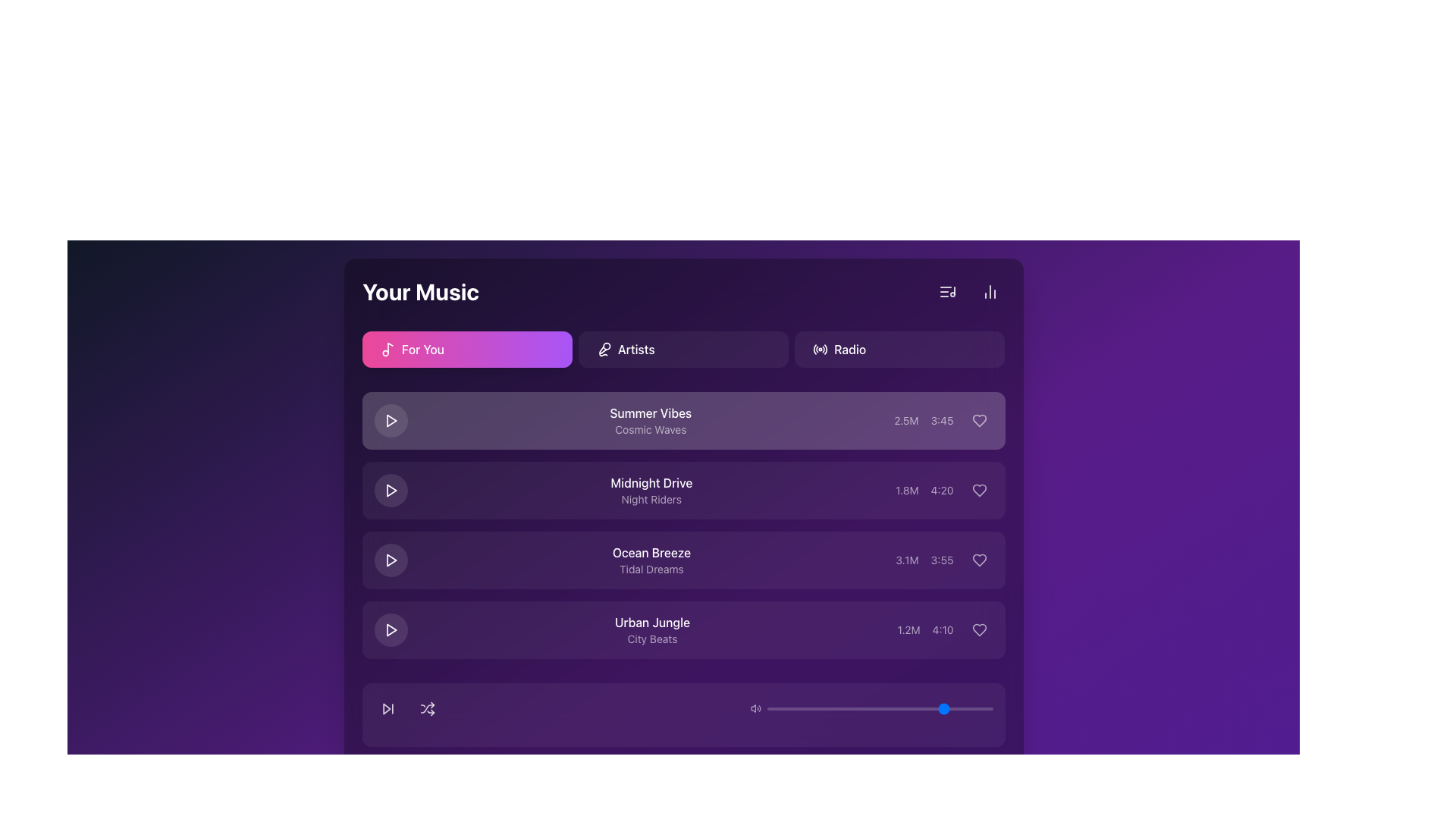 This screenshot has width=1456, height=819. I want to click on the play button for the music track 'Ocean Breeze - Tidal Dreams' located in the third row of the playlist, so click(391, 560).